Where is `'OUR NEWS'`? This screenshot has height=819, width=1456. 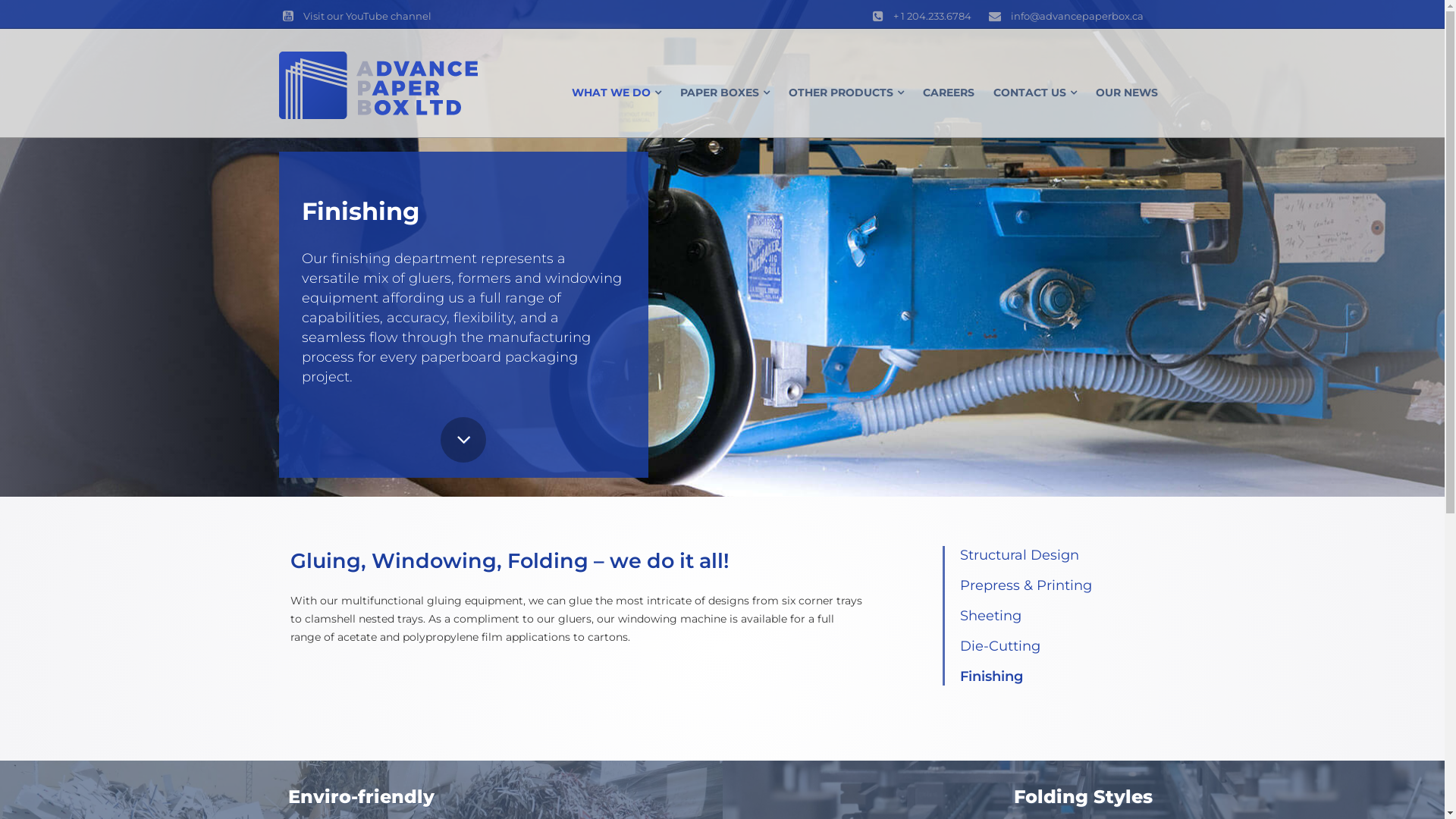 'OUR NEWS' is located at coordinates (1125, 93).